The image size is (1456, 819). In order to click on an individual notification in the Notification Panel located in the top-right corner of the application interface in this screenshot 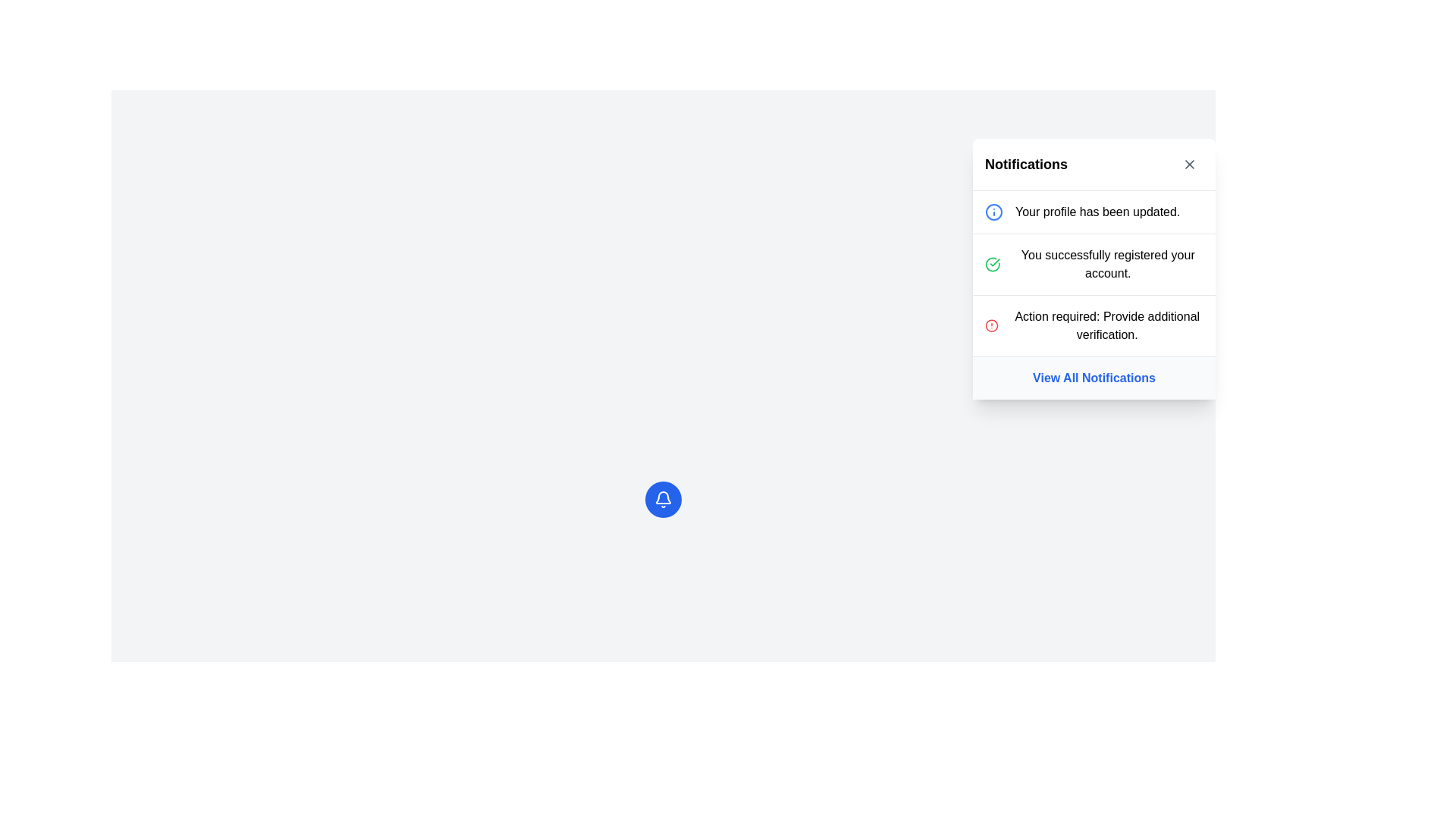, I will do `click(1094, 268)`.